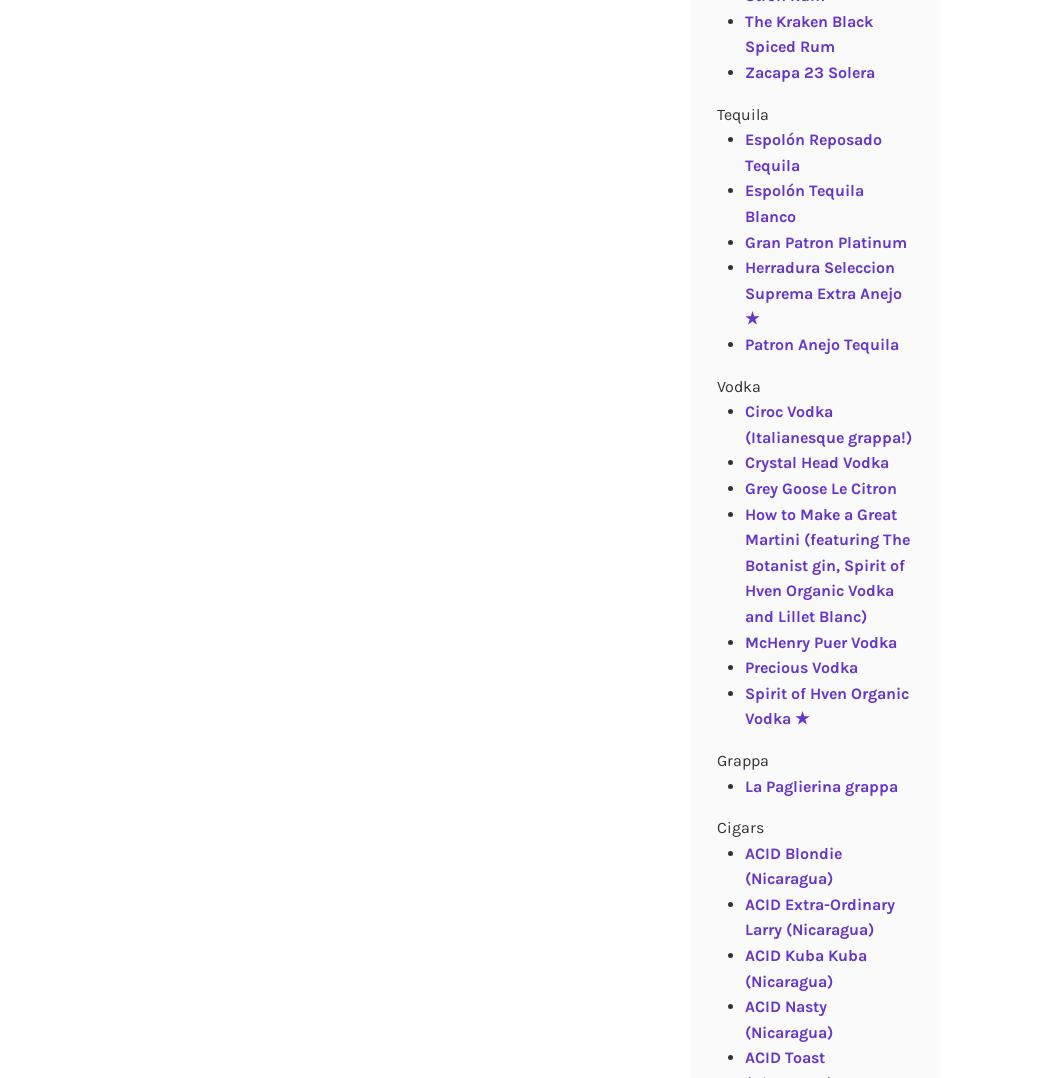 The image size is (1050, 1078). Describe the element at coordinates (743, 864) in the screenshot. I see `'ACID Blondie (Nicaragua)'` at that location.